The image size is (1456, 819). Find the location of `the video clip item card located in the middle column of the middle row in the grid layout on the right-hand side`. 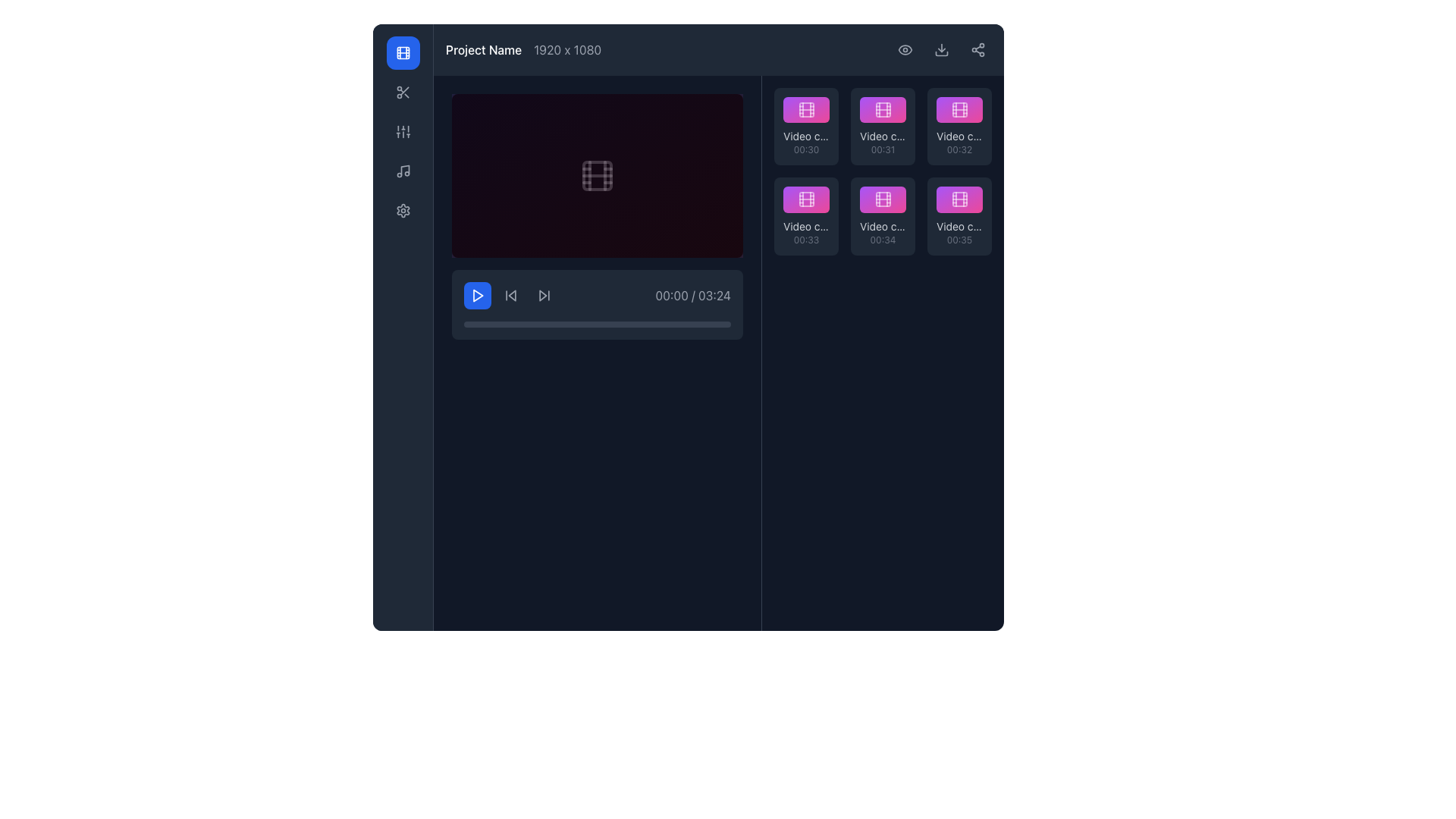

the video clip item card located in the middle column of the middle row in the grid layout on the right-hand side is located at coordinates (883, 216).